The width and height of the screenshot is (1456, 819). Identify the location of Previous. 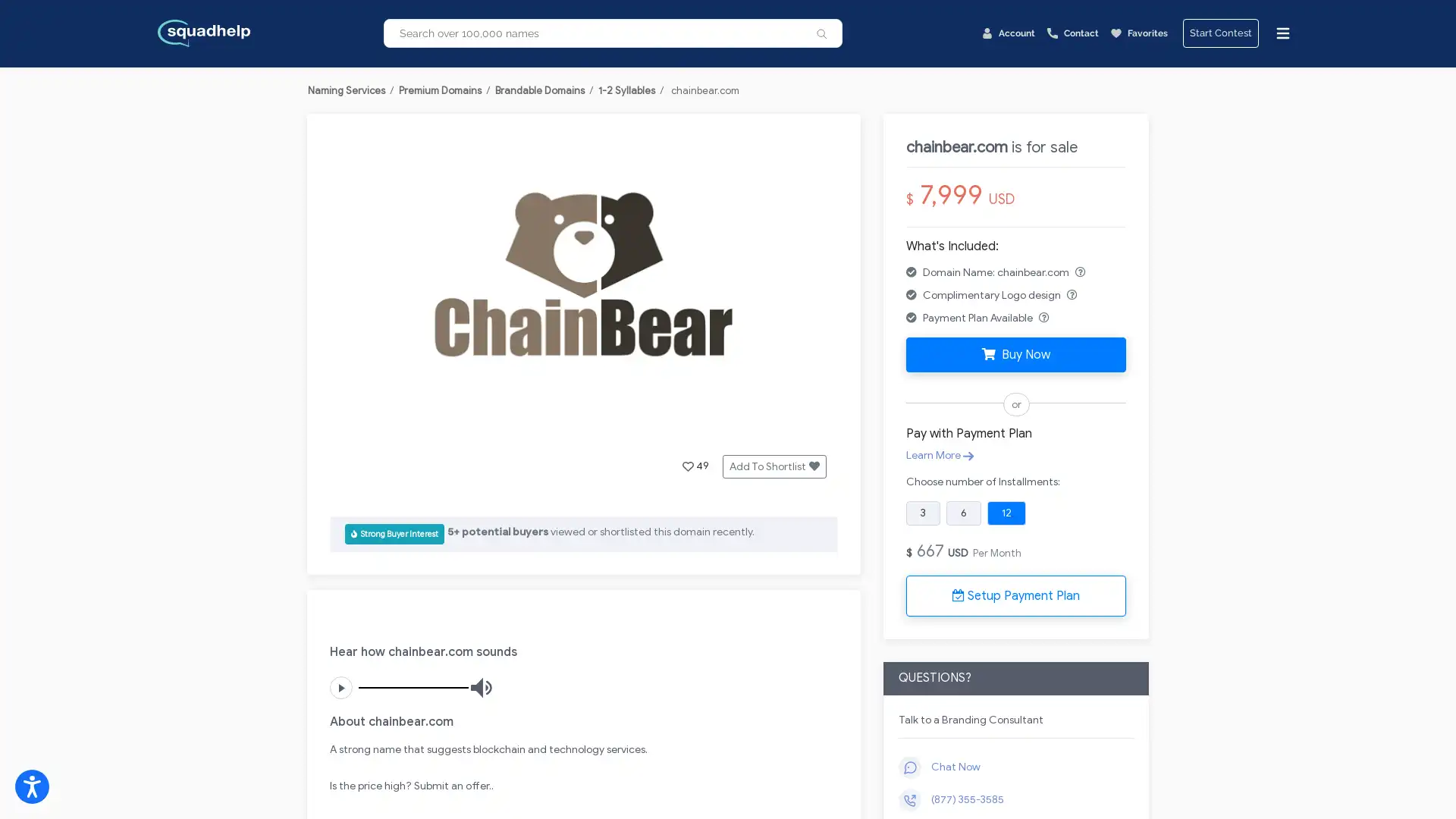
(367, 287).